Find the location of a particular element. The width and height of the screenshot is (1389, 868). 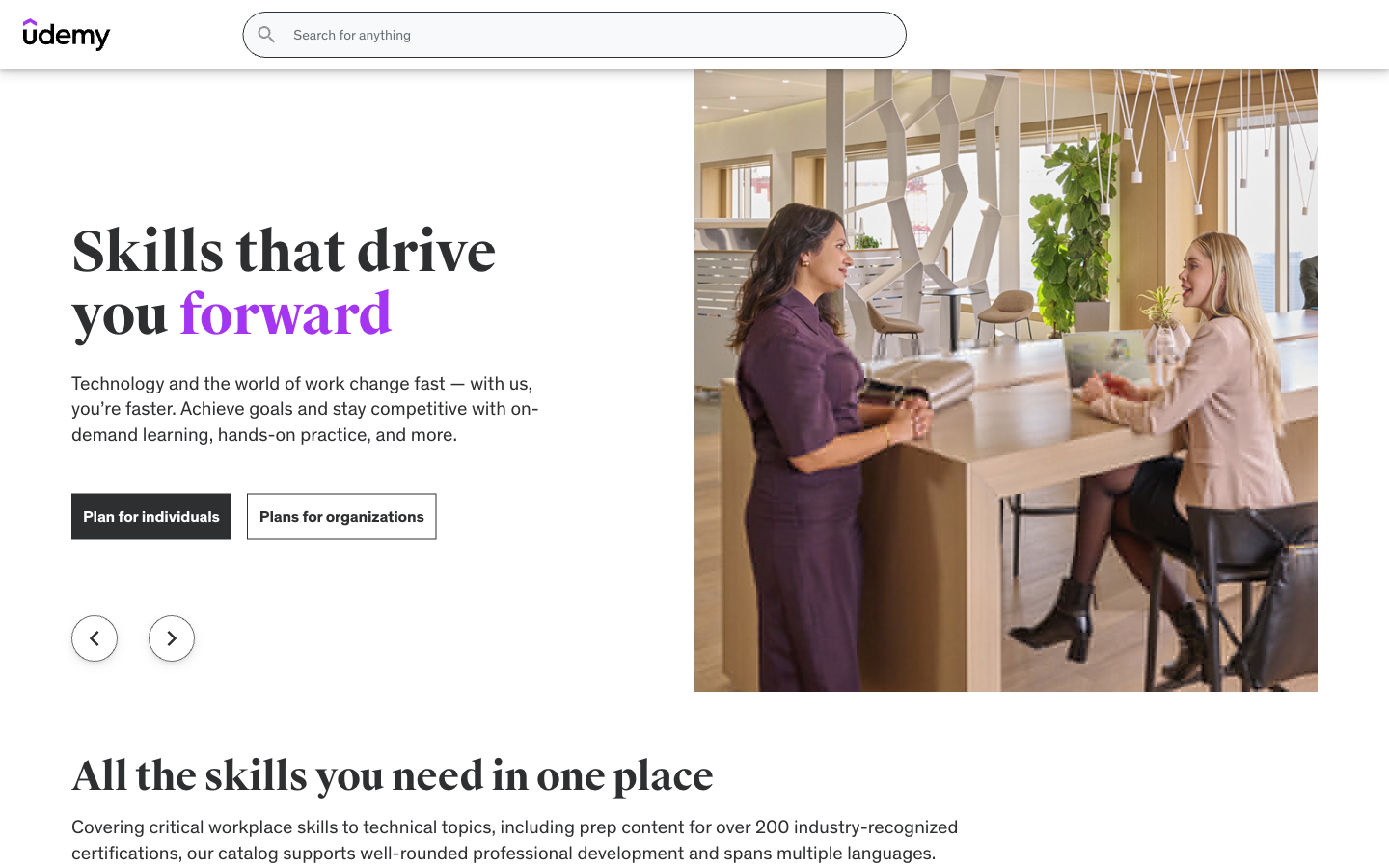

Have a look at details of Motorola RAZR+ is located at coordinates (1099, 805).